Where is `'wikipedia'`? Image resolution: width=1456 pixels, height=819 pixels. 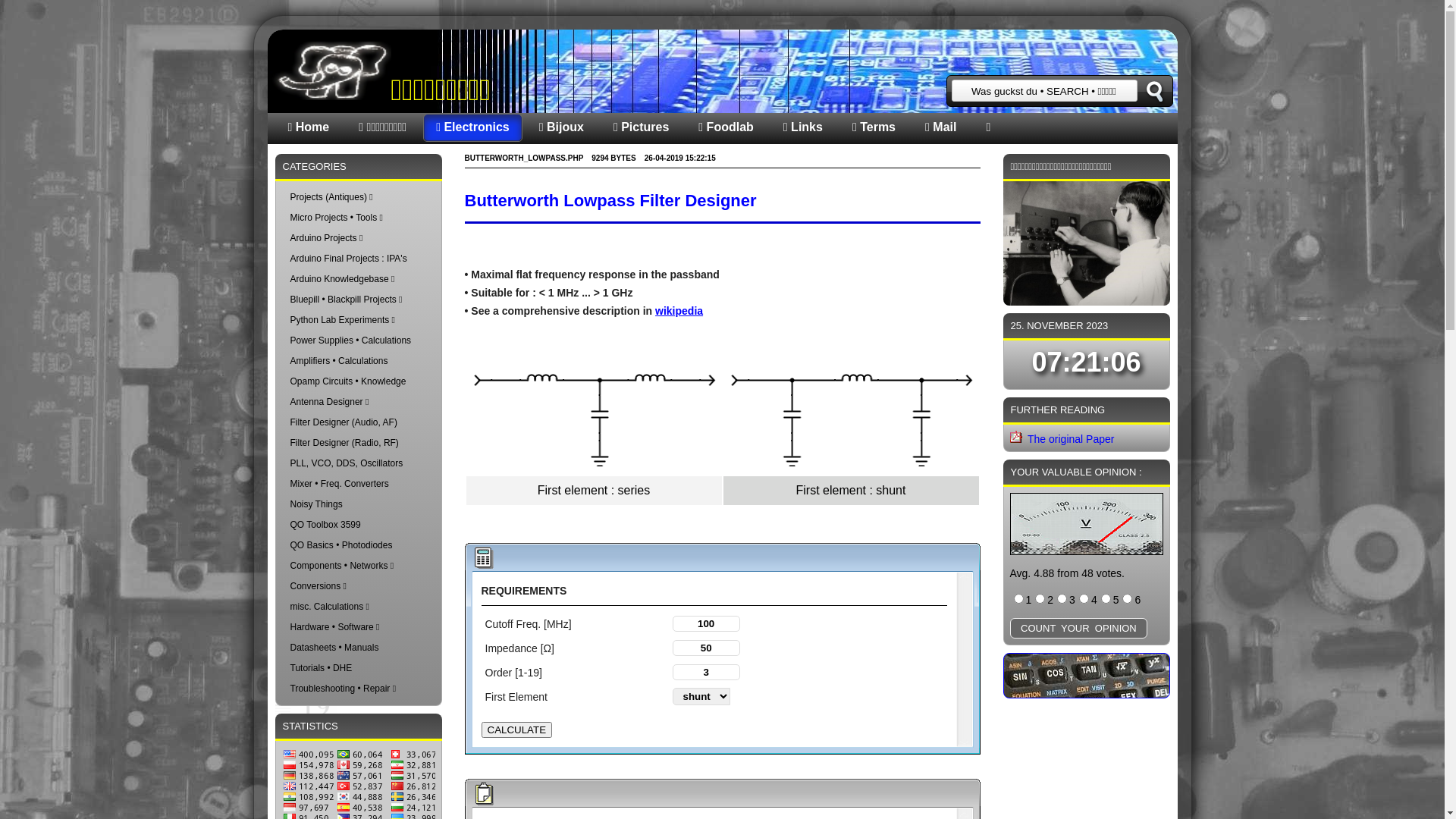
'wikipedia' is located at coordinates (678, 309).